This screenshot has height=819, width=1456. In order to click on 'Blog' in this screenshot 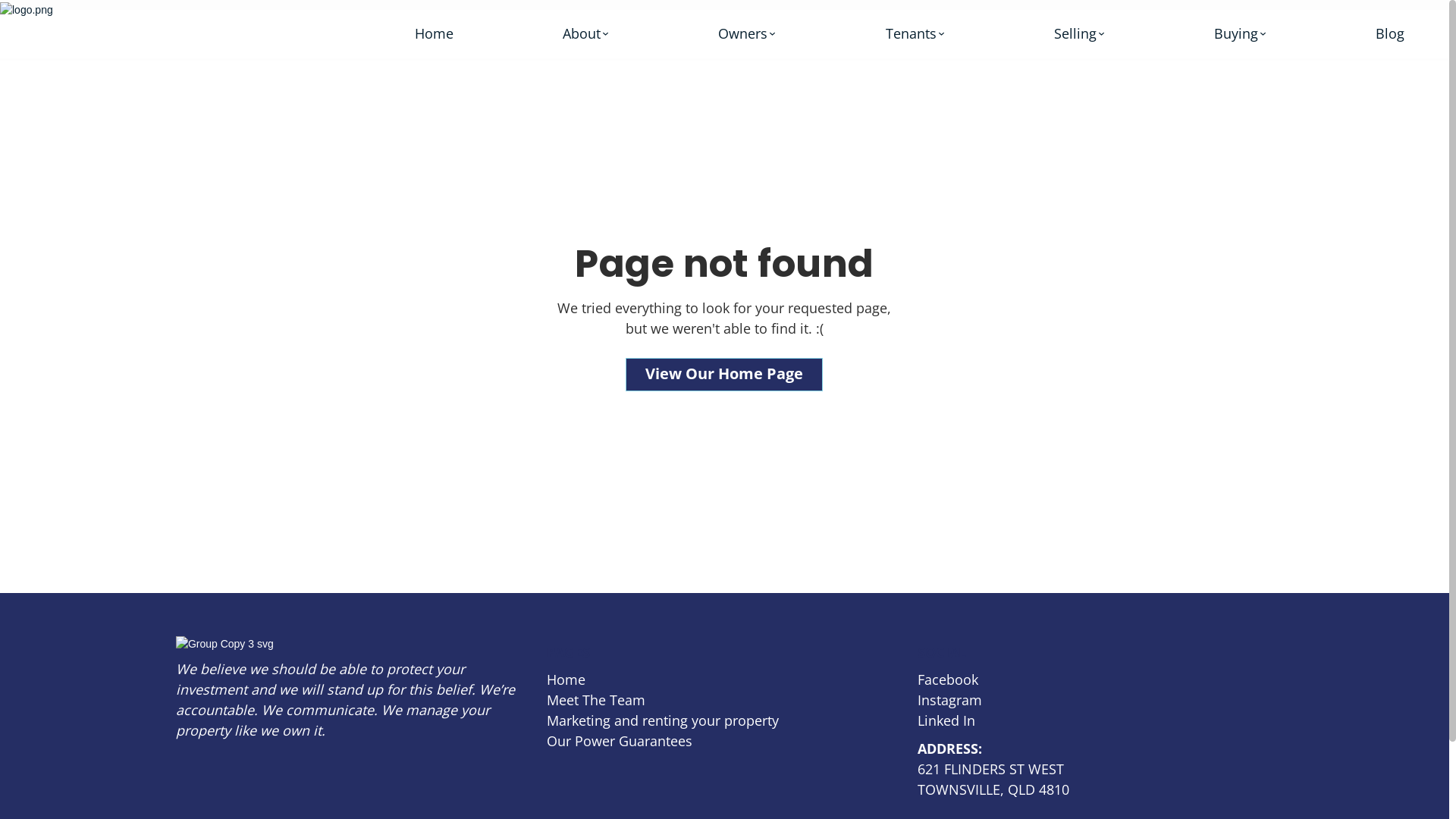, I will do `click(1390, 33)`.